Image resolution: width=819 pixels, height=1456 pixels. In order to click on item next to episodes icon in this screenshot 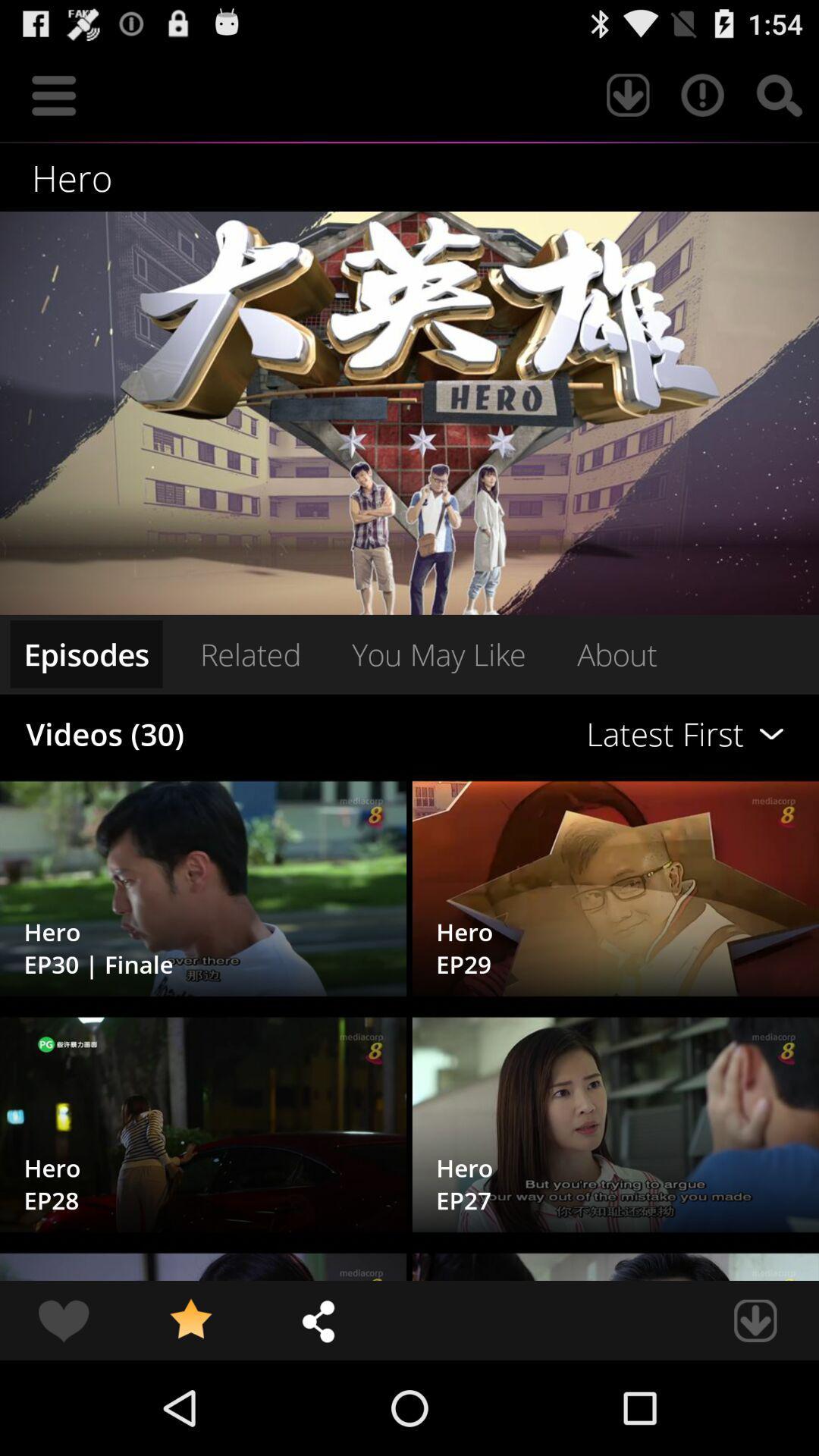, I will do `click(249, 654)`.